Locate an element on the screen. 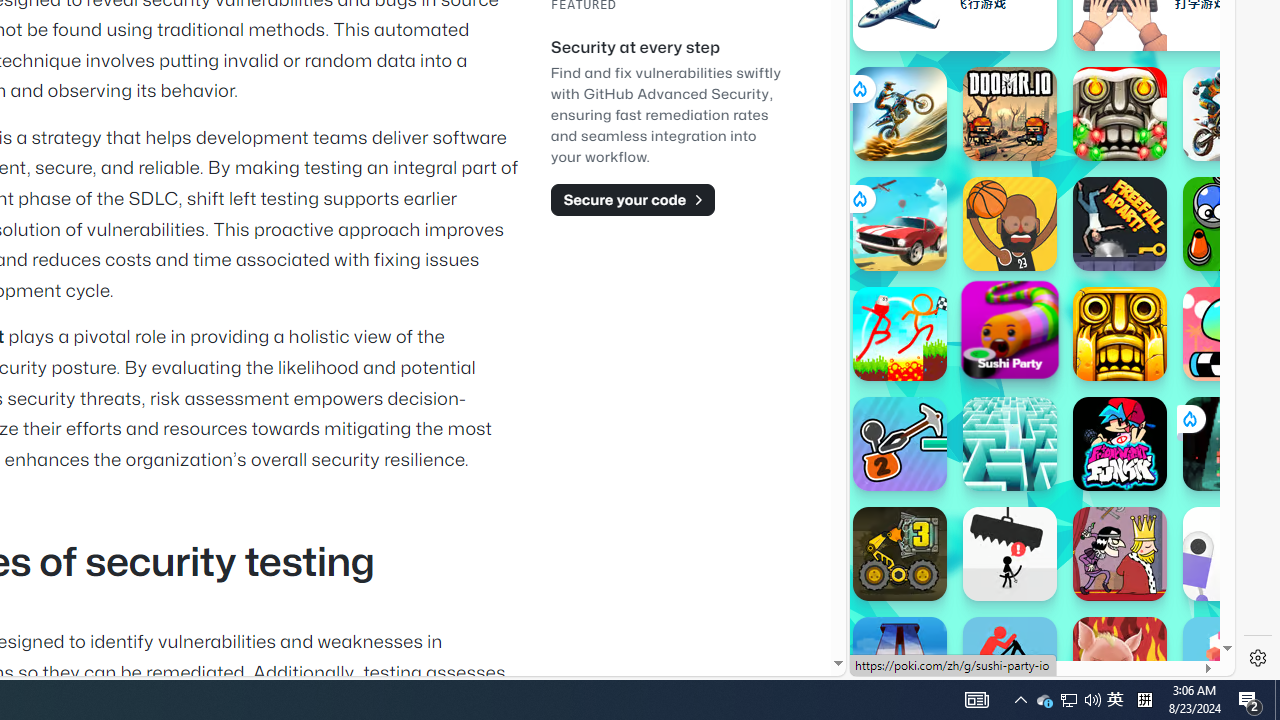  'Secure your code' is located at coordinates (631, 199).